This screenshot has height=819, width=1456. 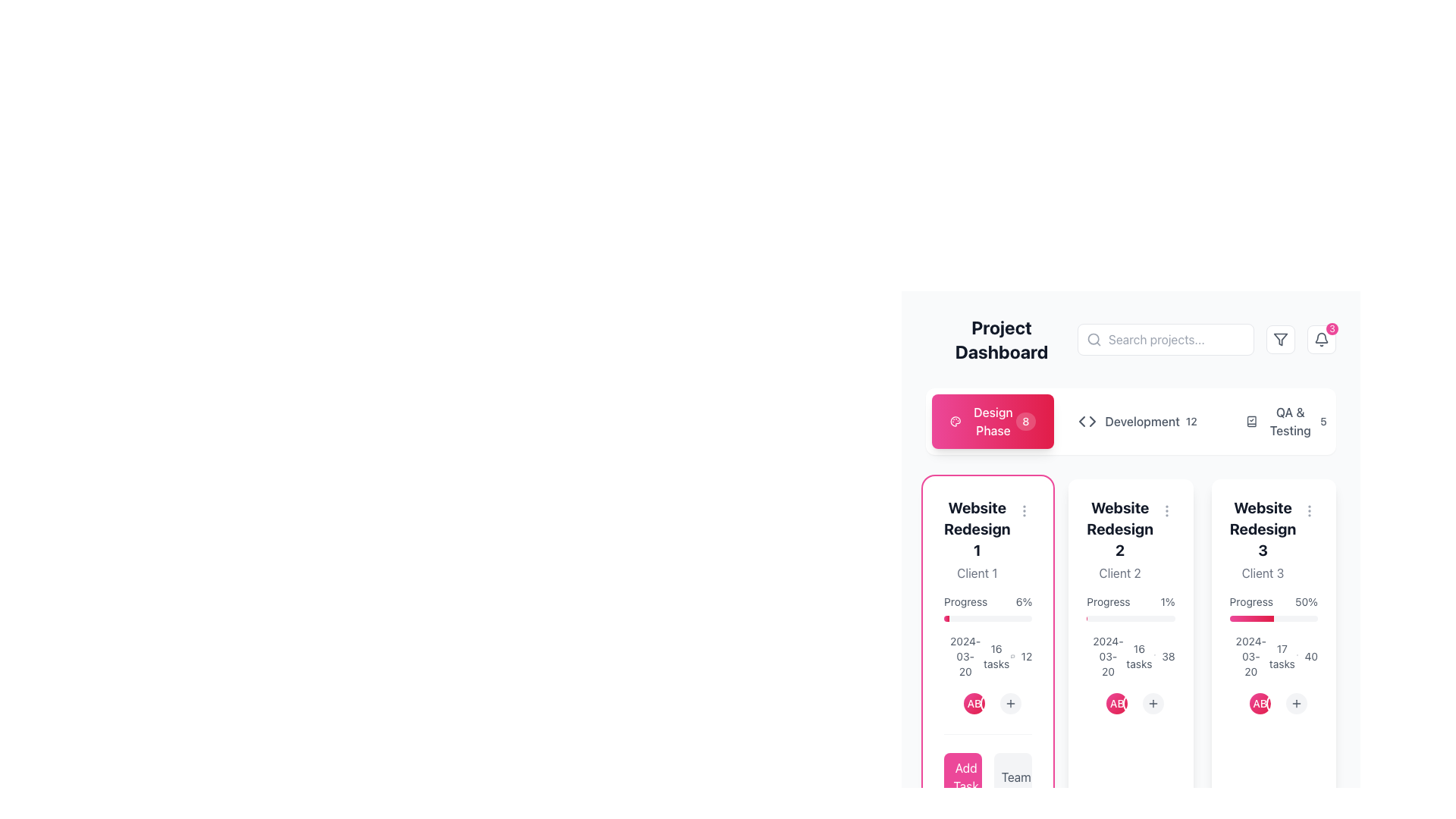 What do you see at coordinates (1279, 421) in the screenshot?
I see `the associated icon of the Label with icon located at the top-right section of the horizontal navigation bar, which serves as a category indicator for quality assurance and testing` at bounding box center [1279, 421].